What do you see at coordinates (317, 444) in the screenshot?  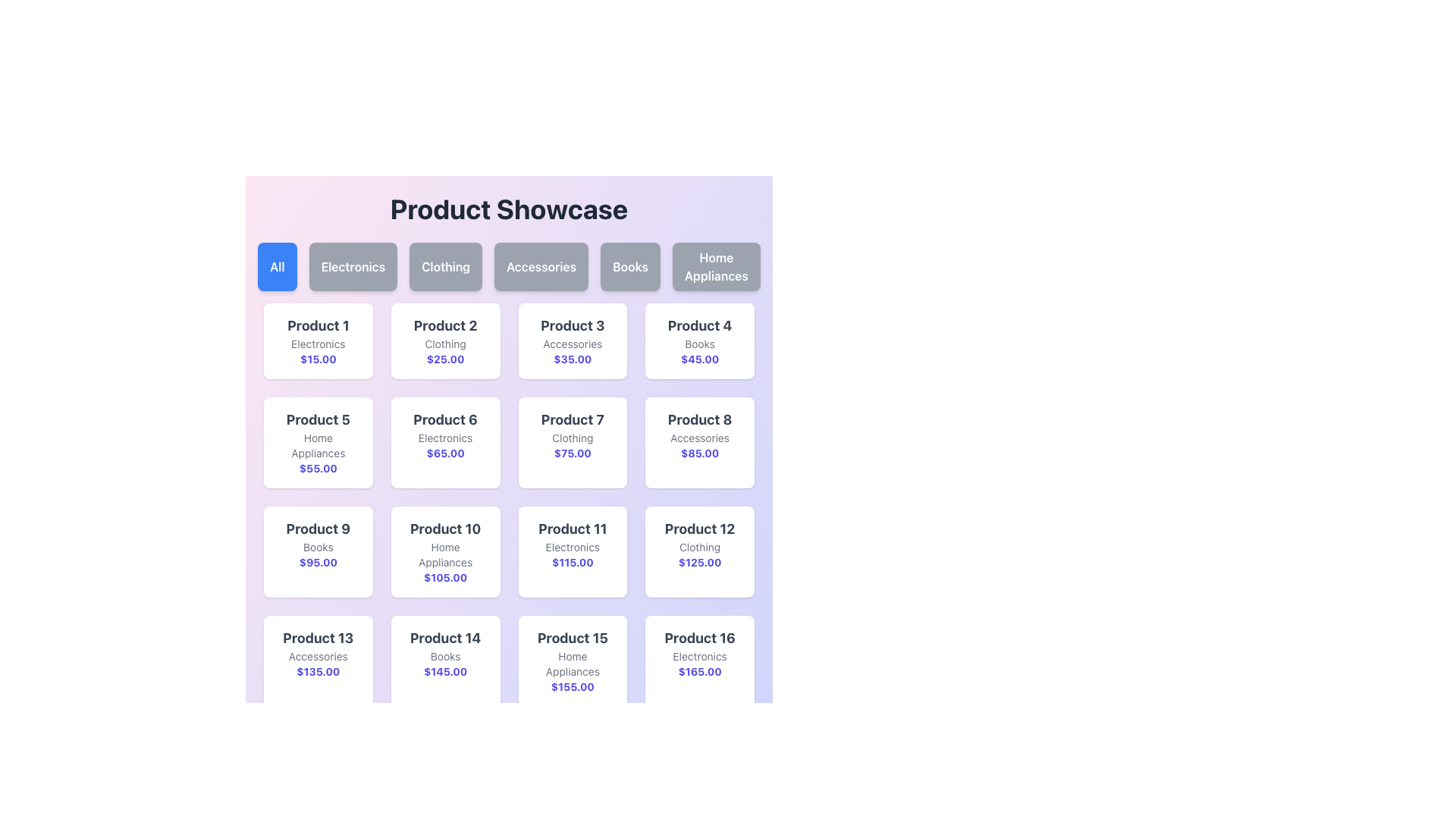 I see `the text label located below the title 'Product 5' and above the price '$55.00' in the product card` at bounding box center [317, 444].